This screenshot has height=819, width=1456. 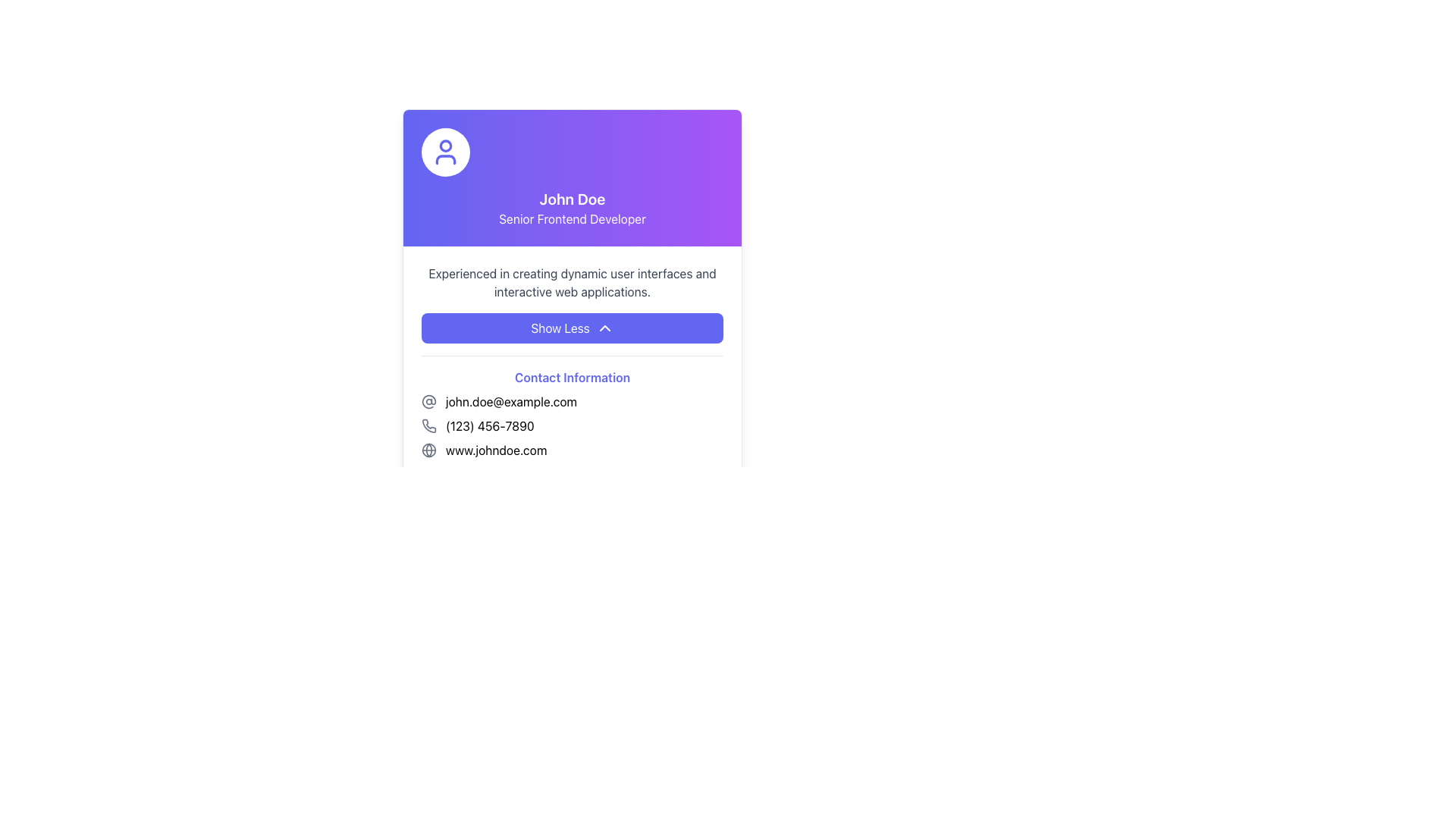 What do you see at coordinates (571, 426) in the screenshot?
I see `the List displaying contact information with icons located in the 'Contact Information' section, which shows email, phone number, and website details` at bounding box center [571, 426].